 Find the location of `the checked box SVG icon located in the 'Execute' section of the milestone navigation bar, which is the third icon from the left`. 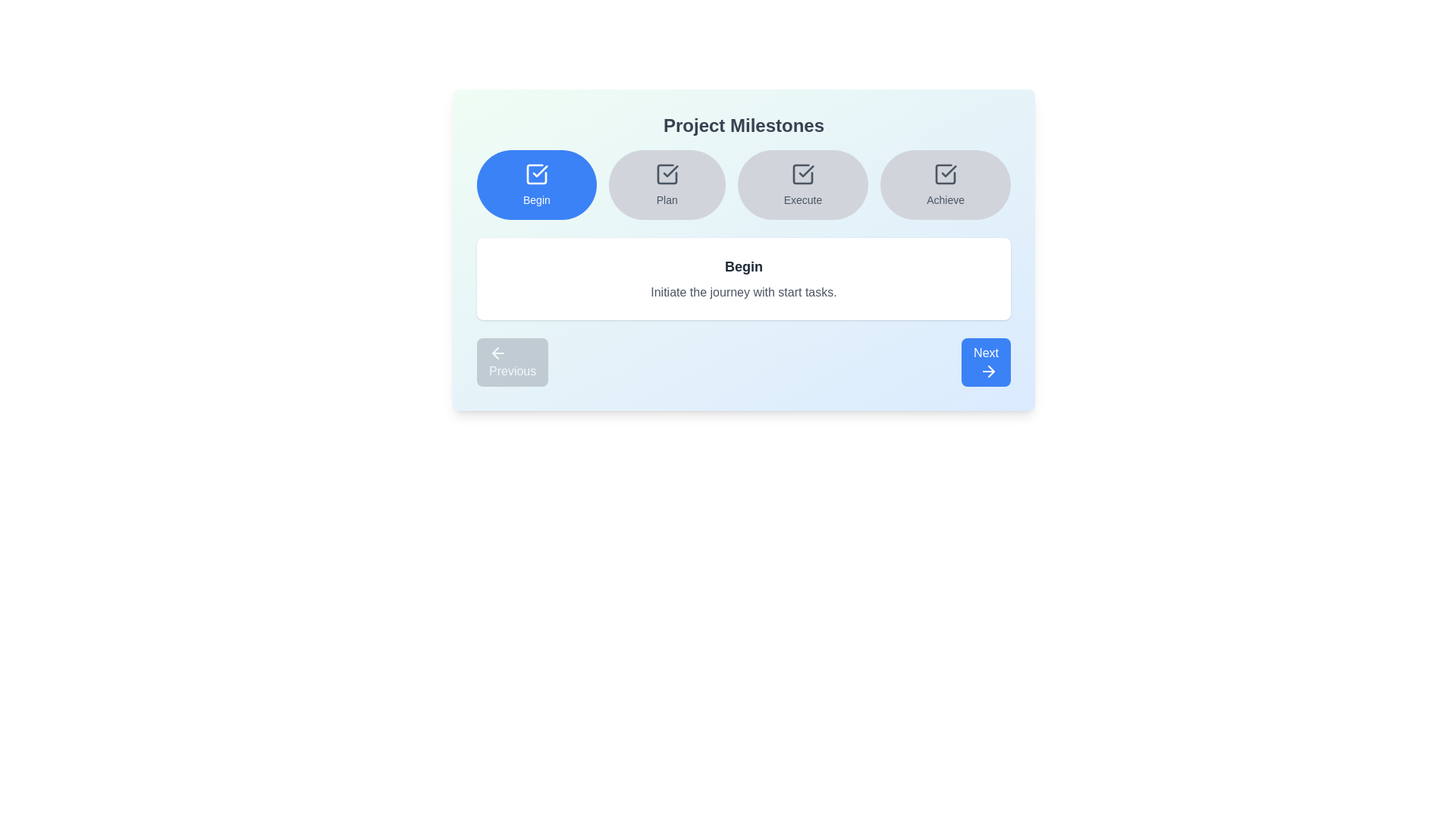

the checked box SVG icon located in the 'Execute' section of the milestone navigation bar, which is the third icon from the left is located at coordinates (802, 174).